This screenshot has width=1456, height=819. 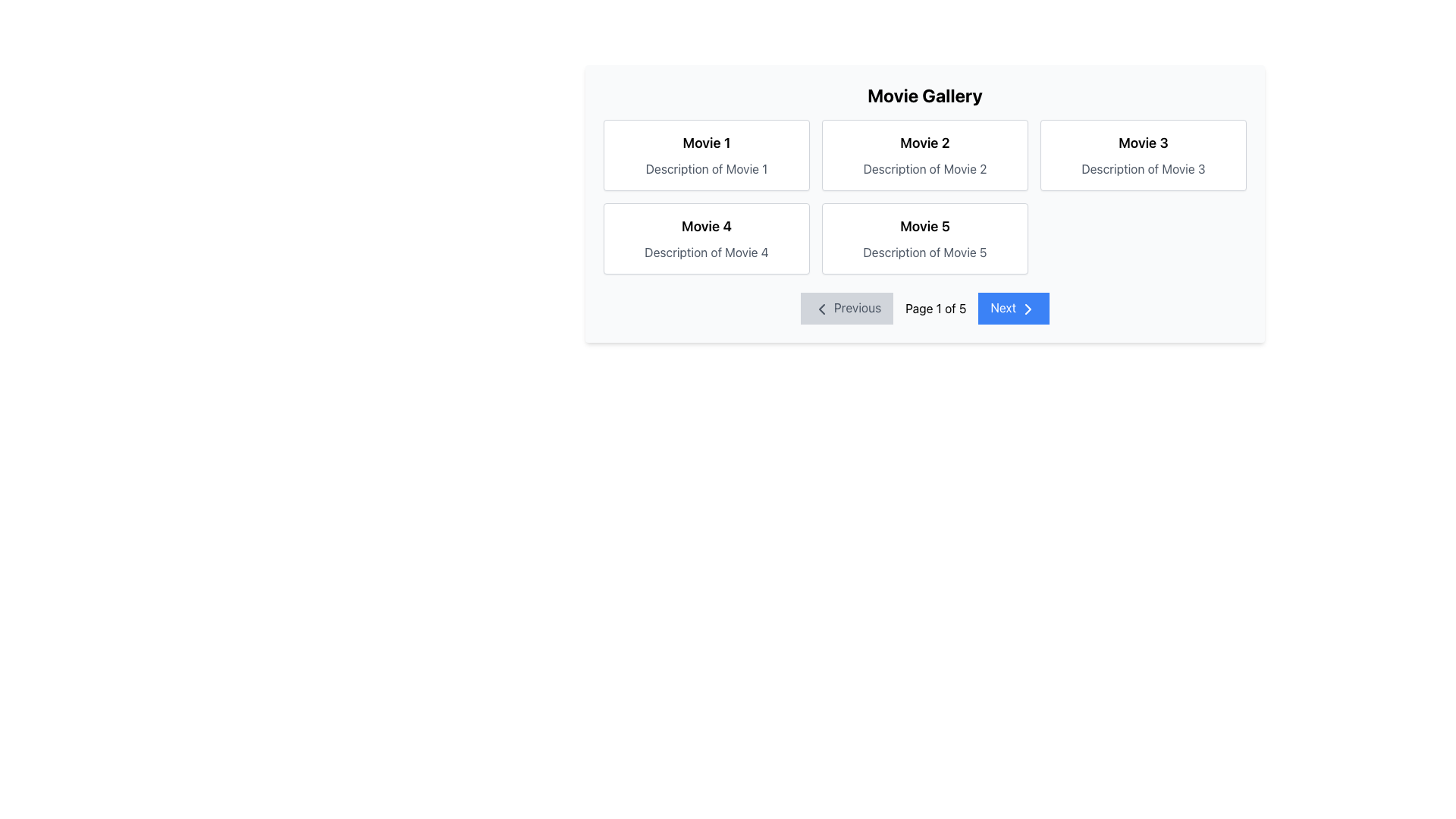 I want to click on the Grid Layout containing five movie boxes in the 'Movie Gallery' section, so click(x=924, y=196).